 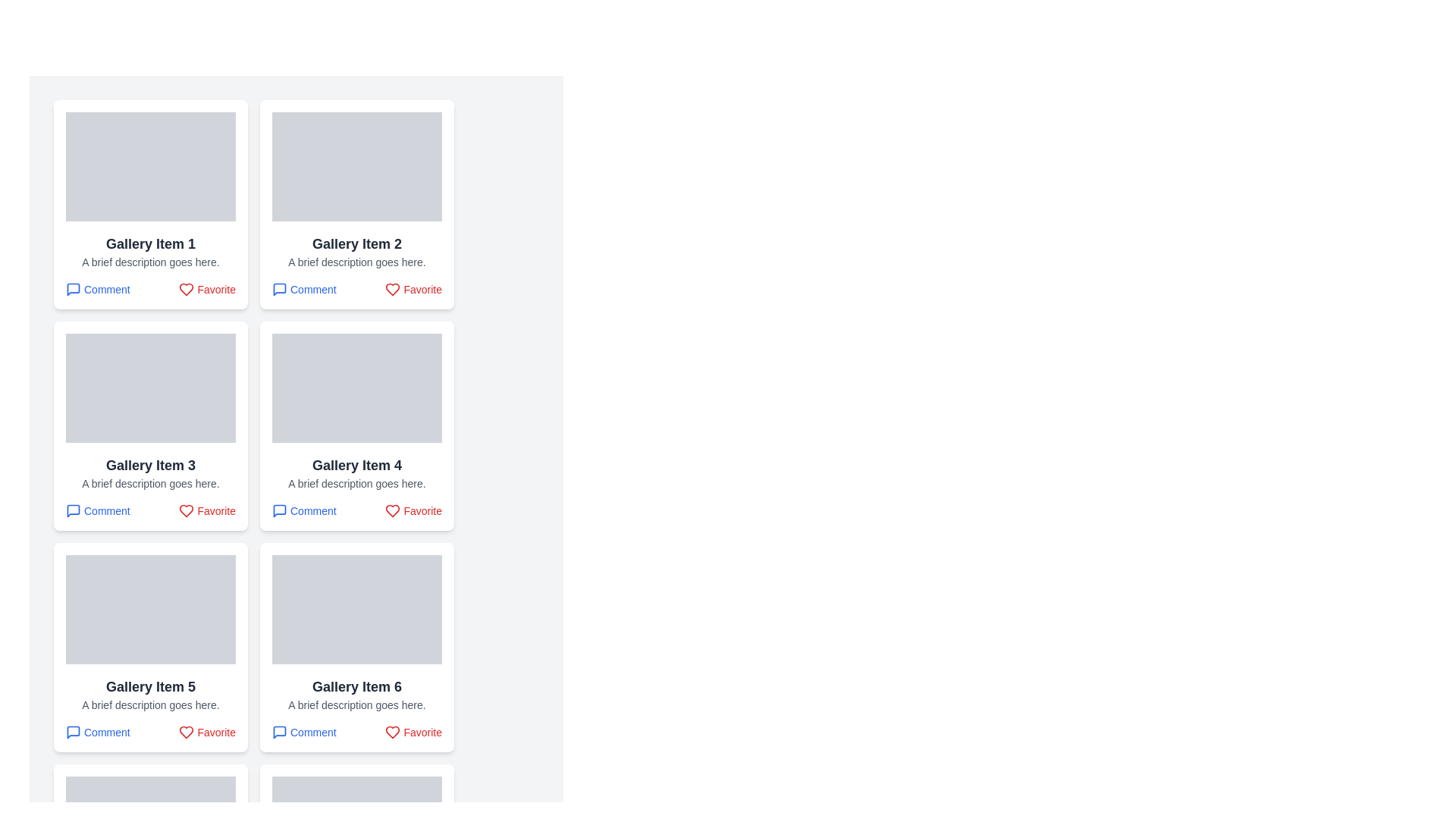 What do you see at coordinates (72, 289) in the screenshot?
I see `the comment interaction icon located to the left of the 'Comment' text label within the Gallery Item 1 card` at bounding box center [72, 289].